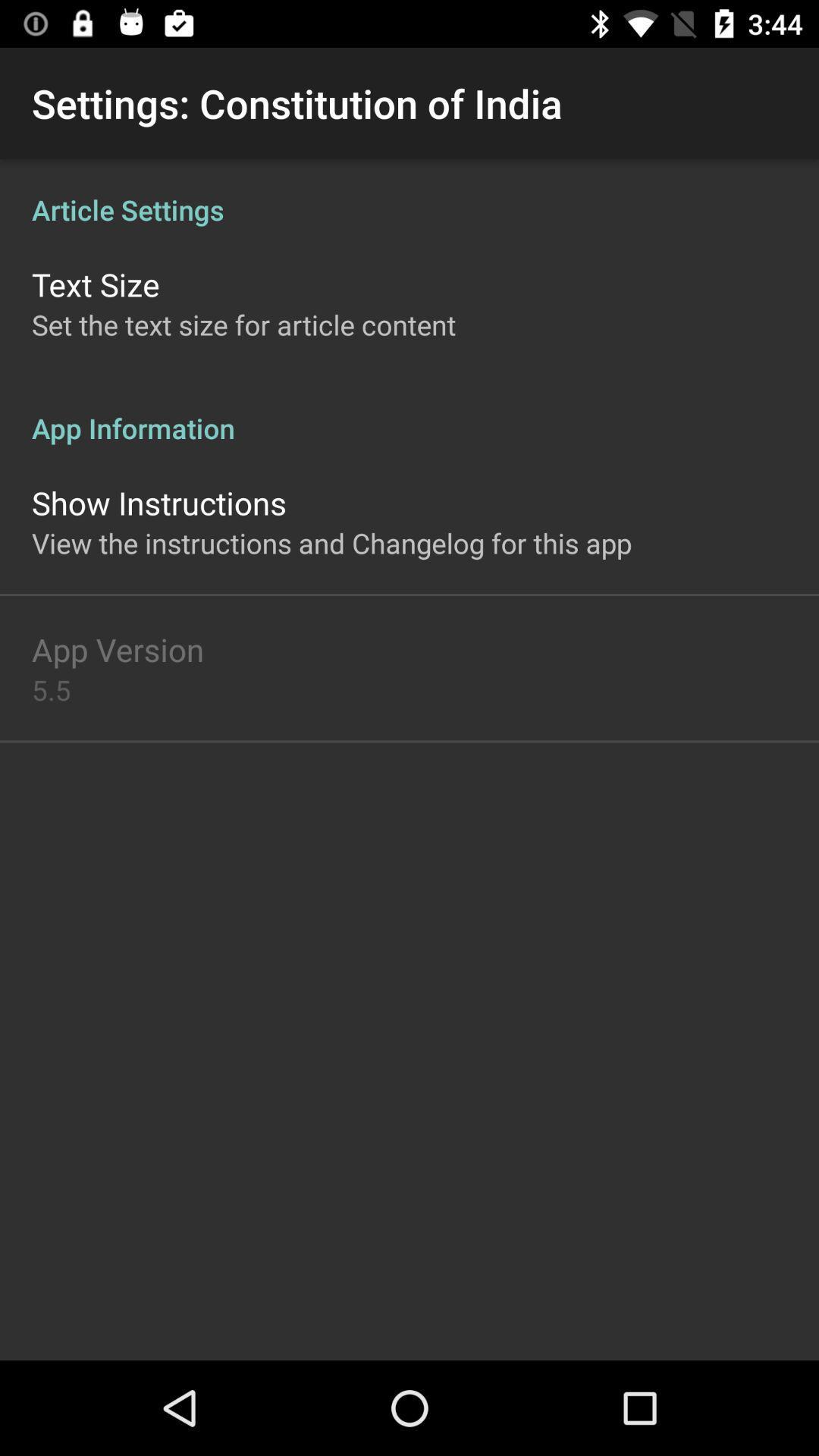  Describe the element at coordinates (409, 412) in the screenshot. I see `the app information` at that location.